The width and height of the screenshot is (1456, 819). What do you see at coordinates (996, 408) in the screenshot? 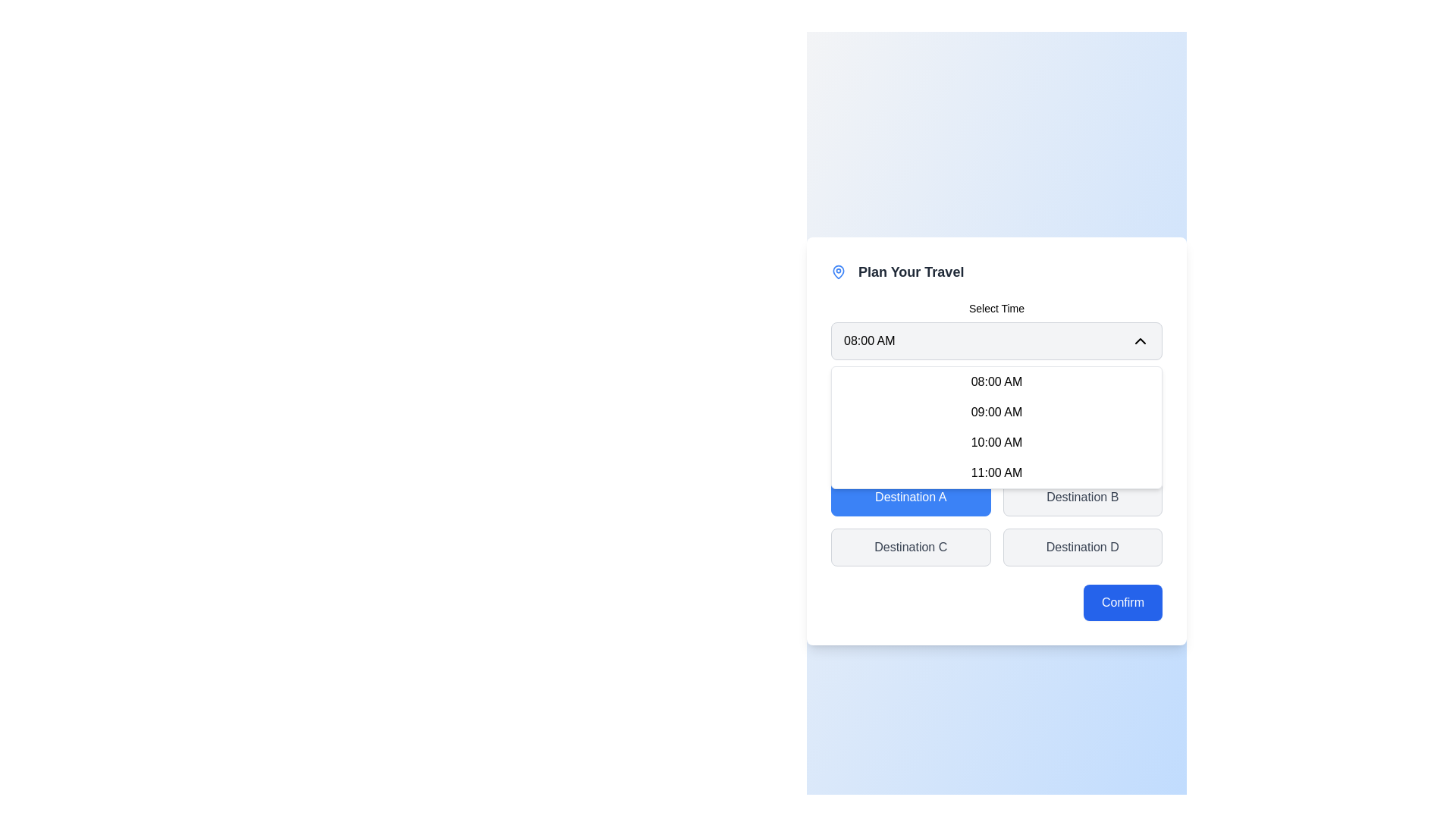
I see `the second item in the 'Select Time' dropdown menu` at bounding box center [996, 408].